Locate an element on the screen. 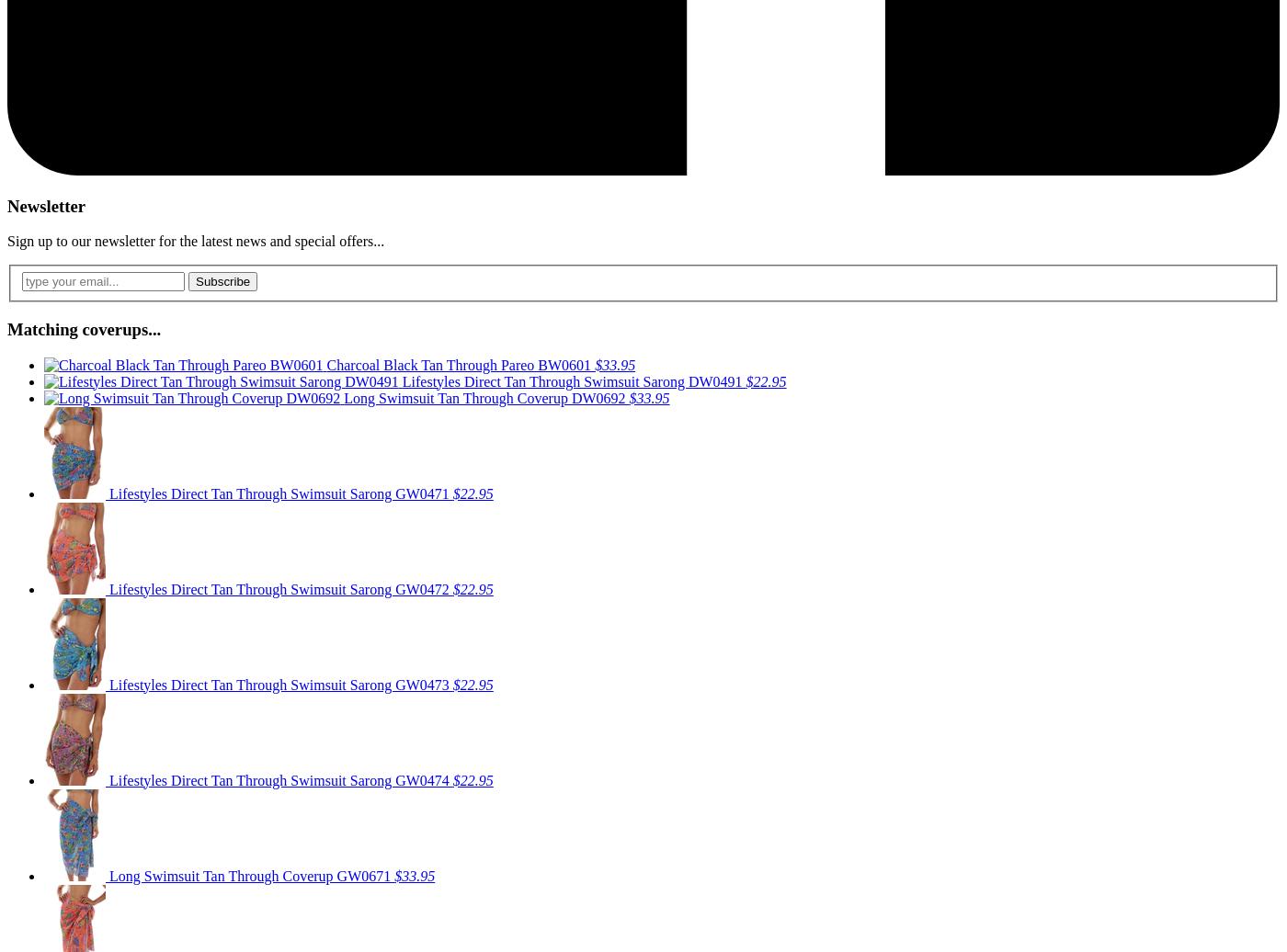 Image resolution: width=1287 pixels, height=952 pixels. 'Lifestyles Direct Tan Through Swimsuit Sarong GW0473' is located at coordinates (280, 684).